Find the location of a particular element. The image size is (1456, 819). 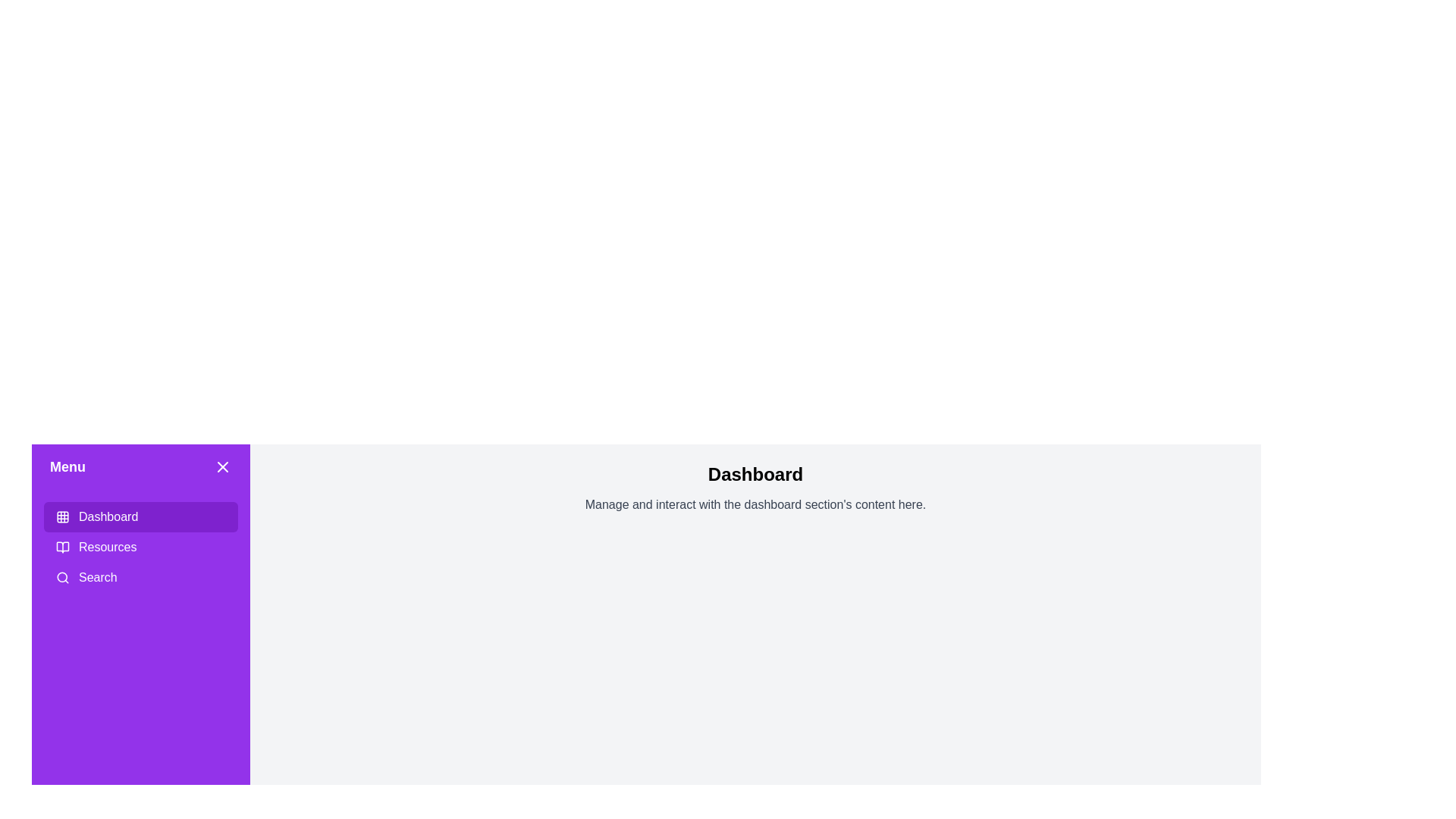

the Navigation section in the sidebar menu is located at coordinates (141, 547).